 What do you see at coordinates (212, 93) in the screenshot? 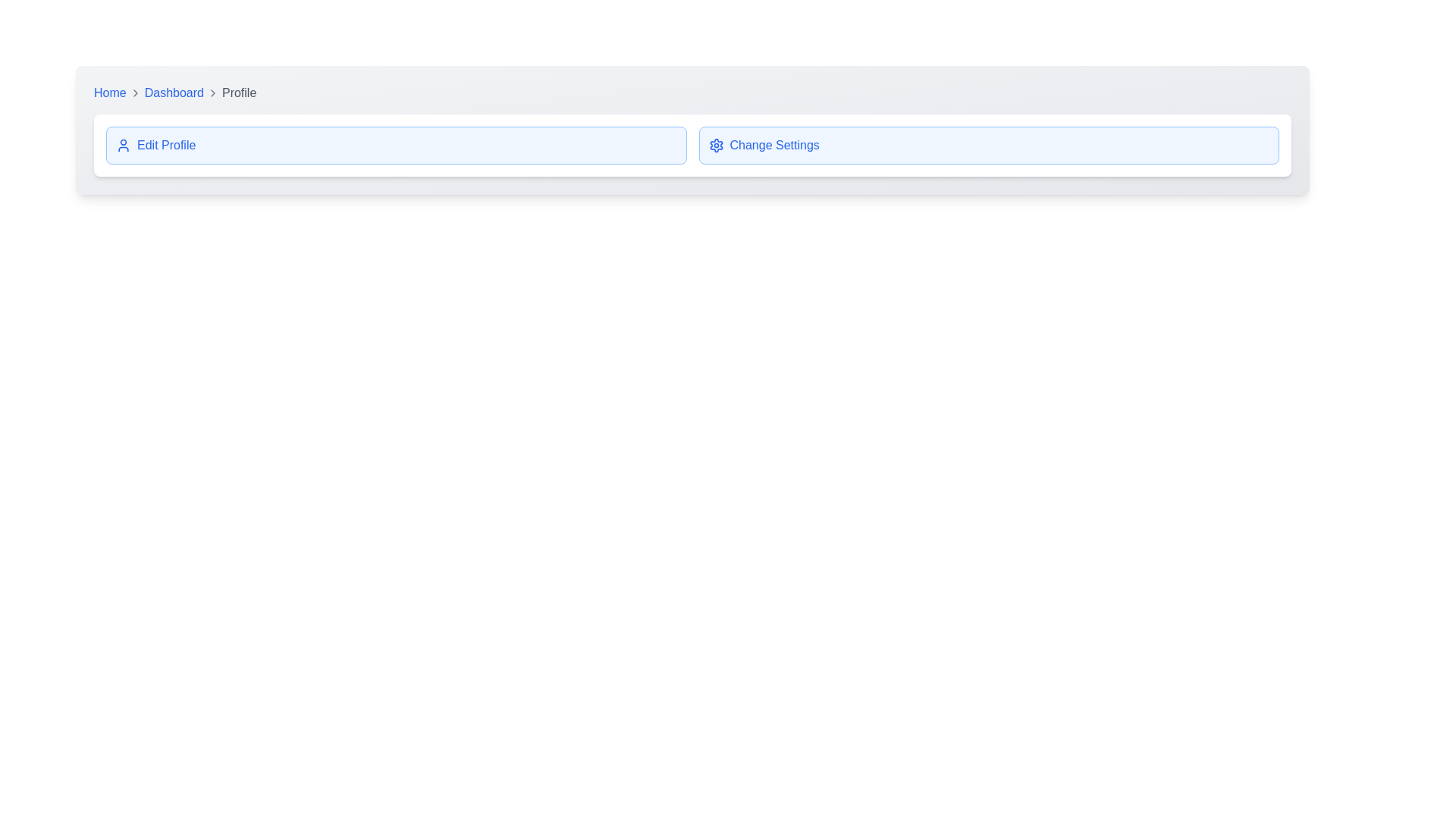
I see `the right-facing chevron icon located beside the 'Dashboard' text in the breadcrumb navigation` at bounding box center [212, 93].